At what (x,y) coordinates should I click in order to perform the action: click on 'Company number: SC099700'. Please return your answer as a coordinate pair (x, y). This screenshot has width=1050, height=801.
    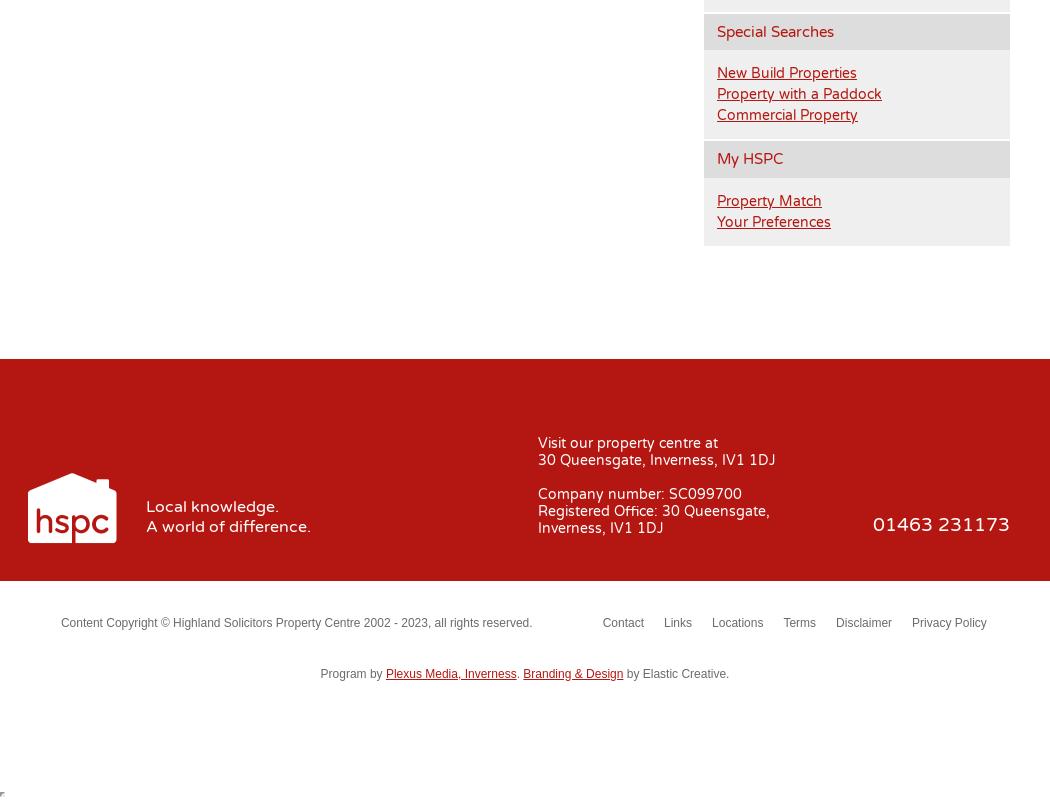
    Looking at the image, I should click on (638, 492).